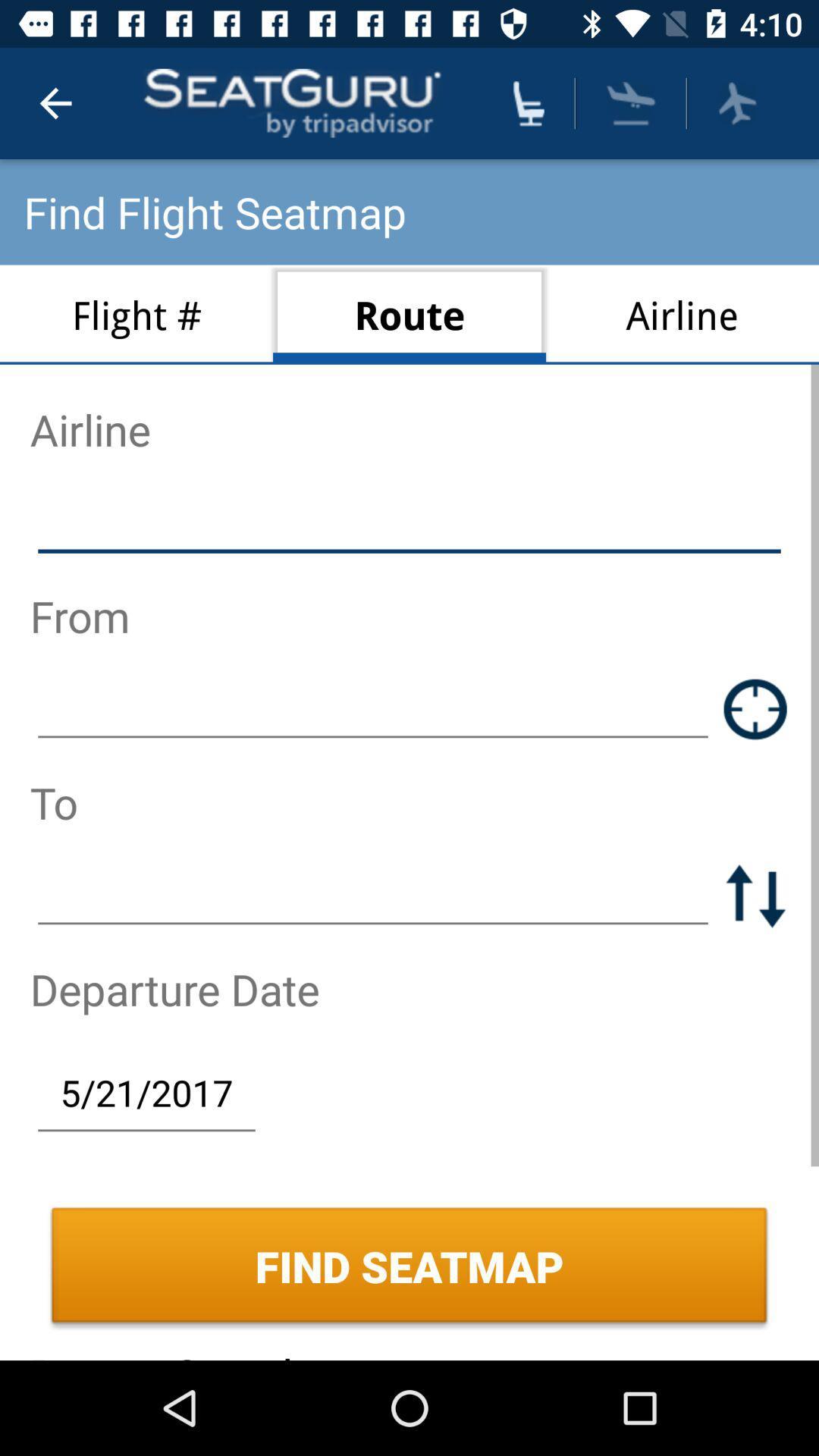  Describe the element at coordinates (146, 1092) in the screenshot. I see `the item above the find seatmap` at that location.